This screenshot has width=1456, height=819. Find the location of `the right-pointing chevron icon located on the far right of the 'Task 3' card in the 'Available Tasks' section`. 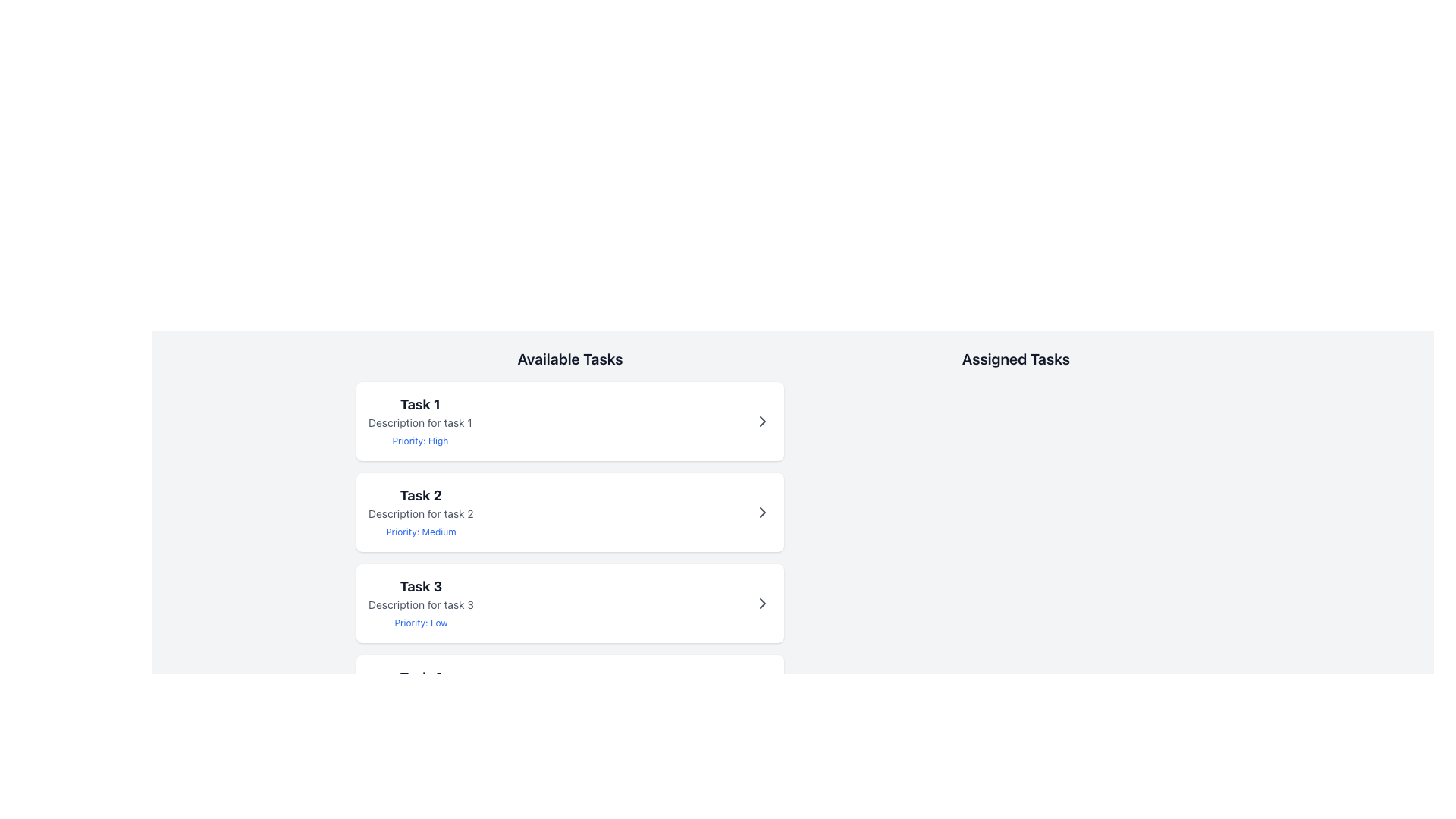

the right-pointing chevron icon located on the far right of the 'Task 3' card in the 'Available Tasks' section is located at coordinates (763, 602).